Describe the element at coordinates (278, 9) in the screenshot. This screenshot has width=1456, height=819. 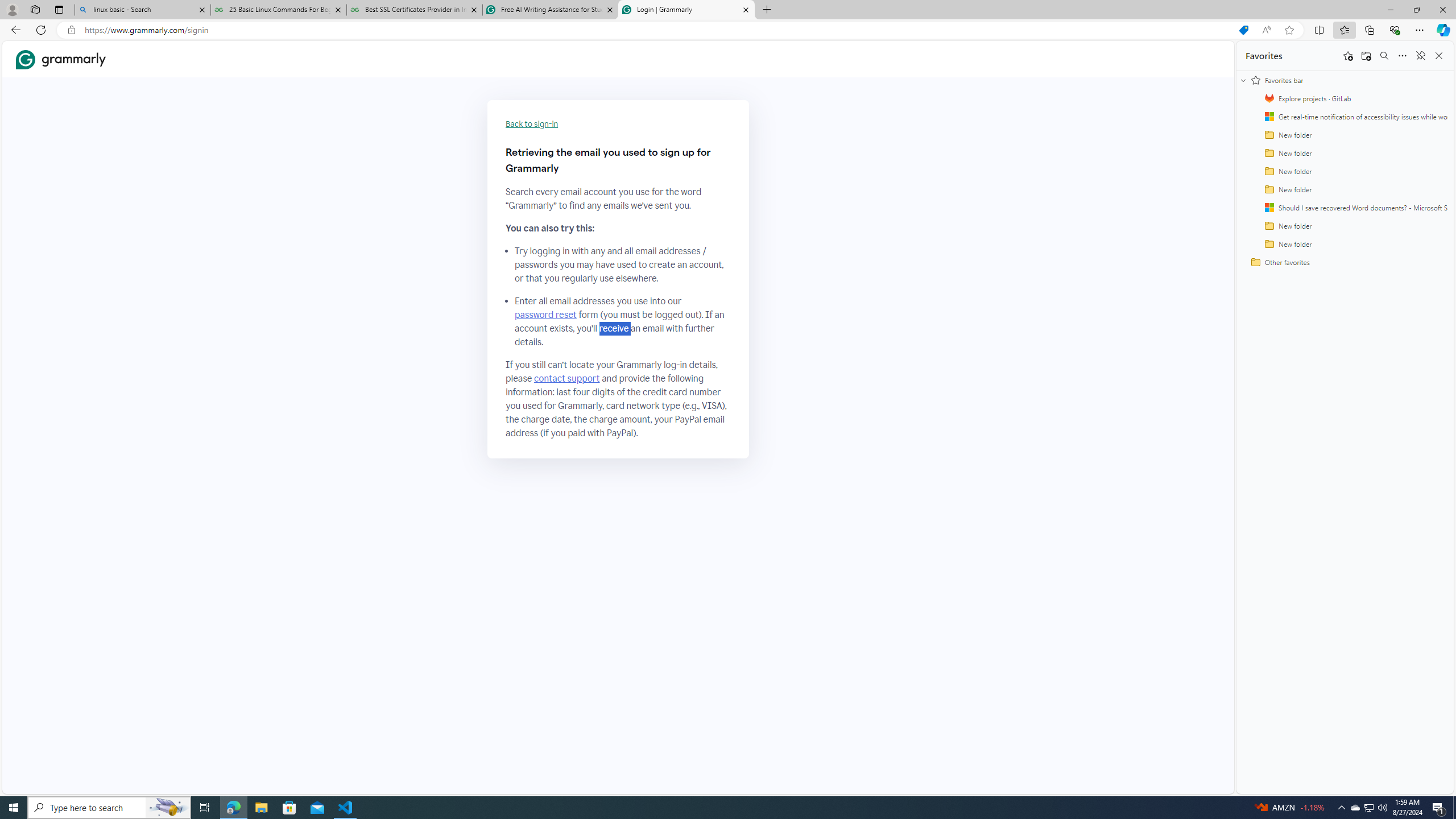
I see `'25 Basic Linux Commands For Beginners - GeeksforGeeks'` at that location.